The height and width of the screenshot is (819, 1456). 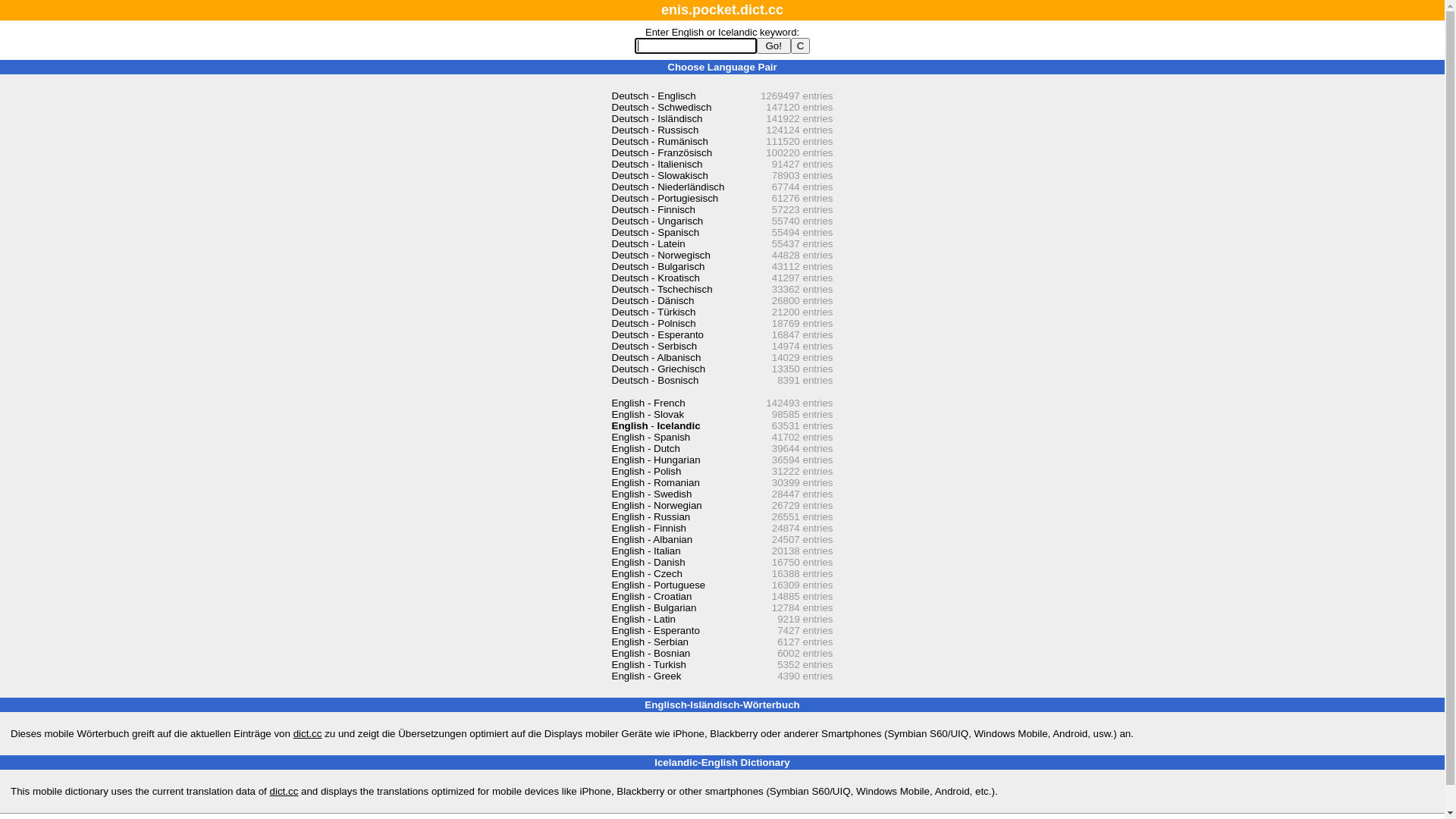 I want to click on 'English - Hungarian', so click(x=655, y=459).